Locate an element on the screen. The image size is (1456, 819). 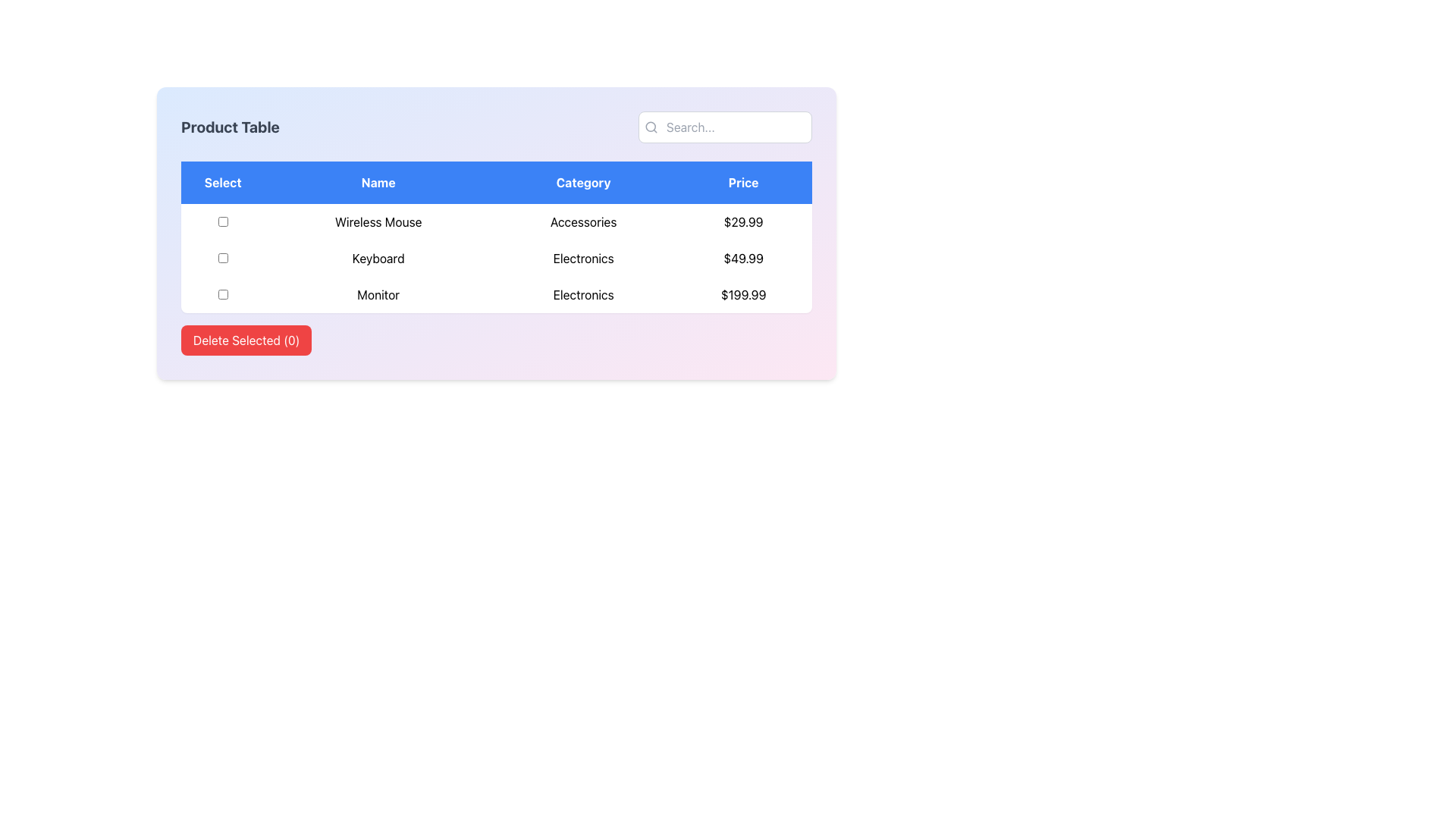
the checkbox for 'Keyboard' is located at coordinates (221, 256).